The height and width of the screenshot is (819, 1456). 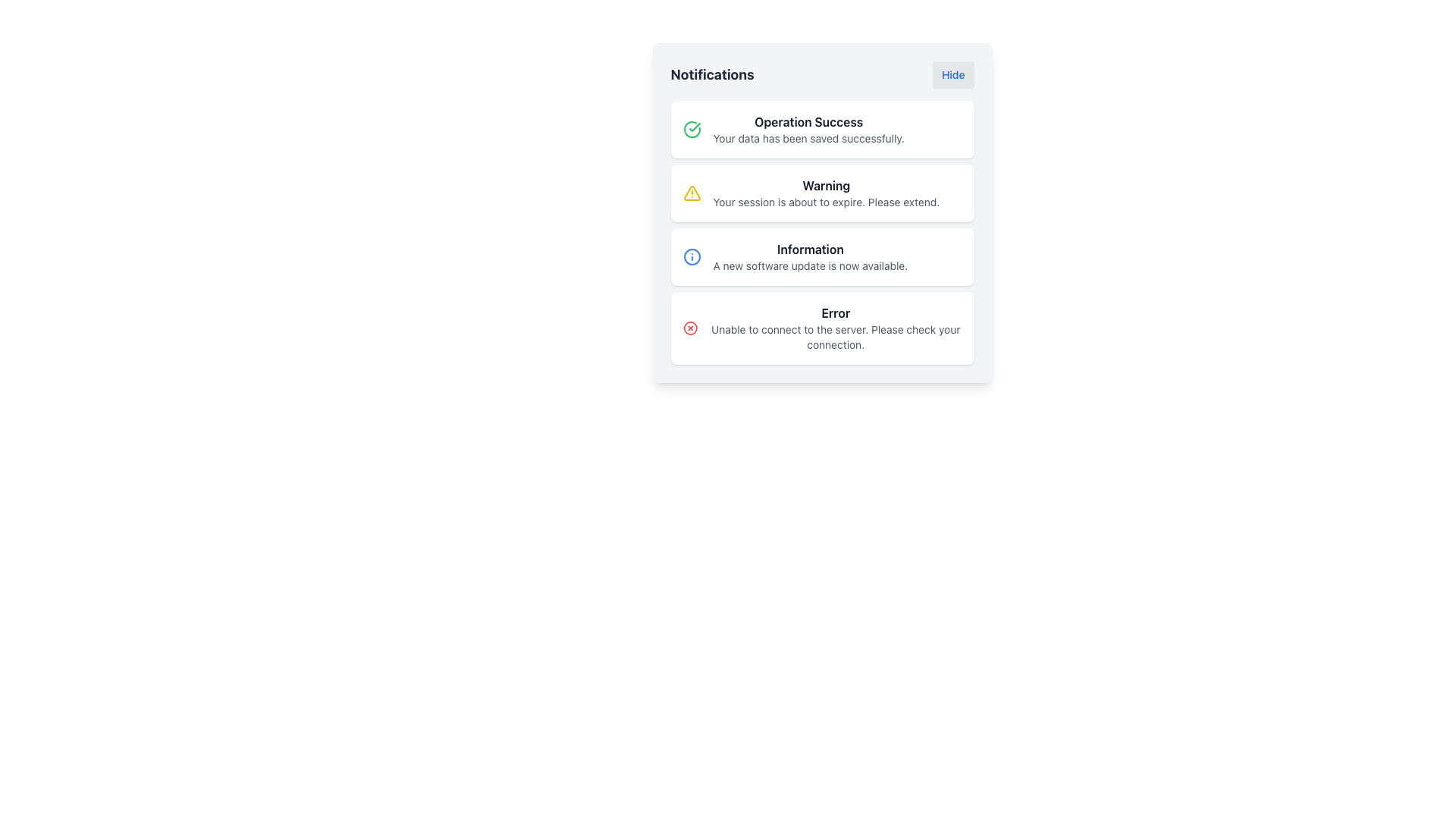 What do you see at coordinates (821, 213) in the screenshot?
I see `elements within the 'Warning' notification card, which contains a yellow triangular warning icon and a bold title stating 'Warning'` at bounding box center [821, 213].